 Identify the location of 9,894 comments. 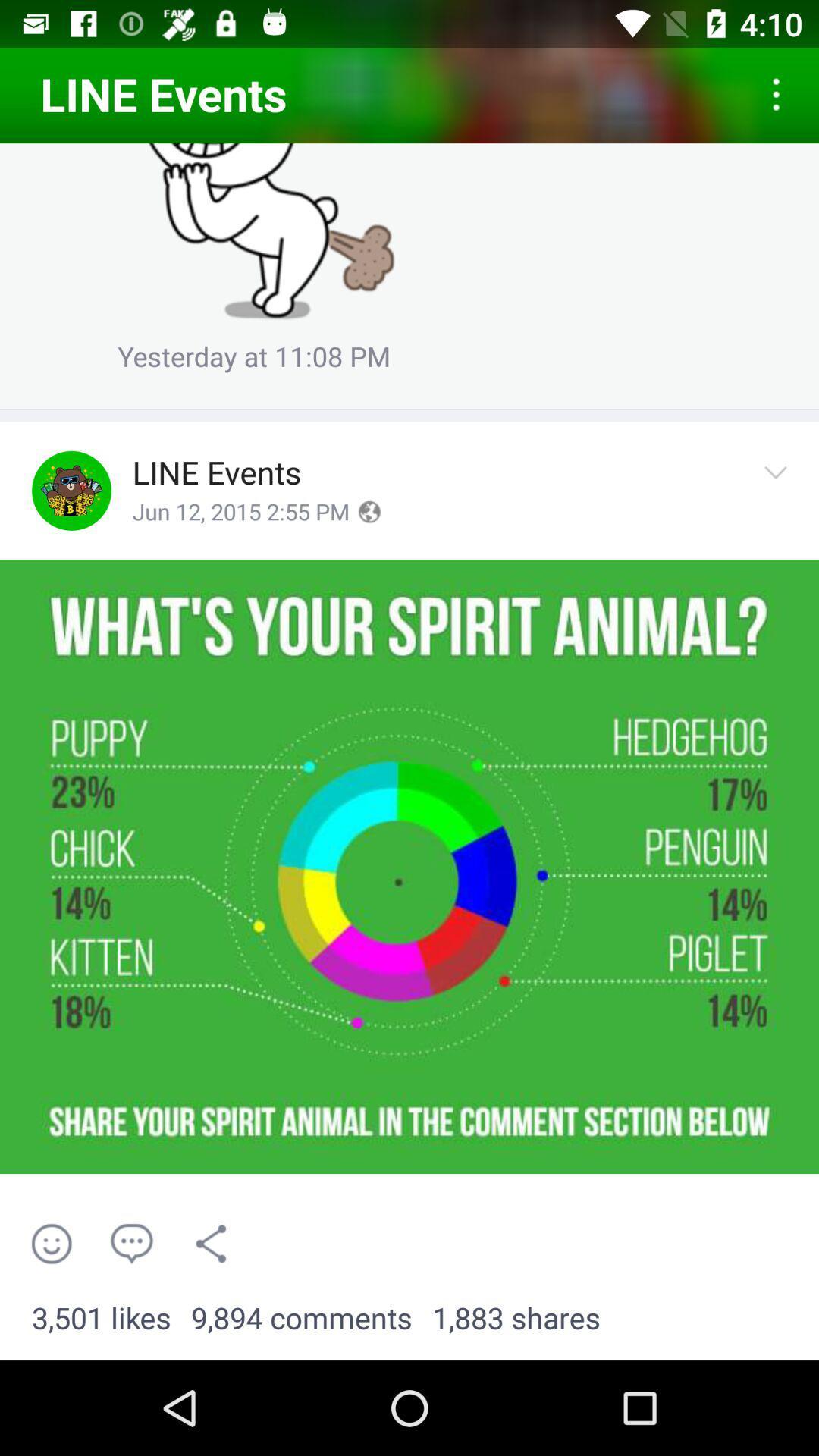
(301, 1318).